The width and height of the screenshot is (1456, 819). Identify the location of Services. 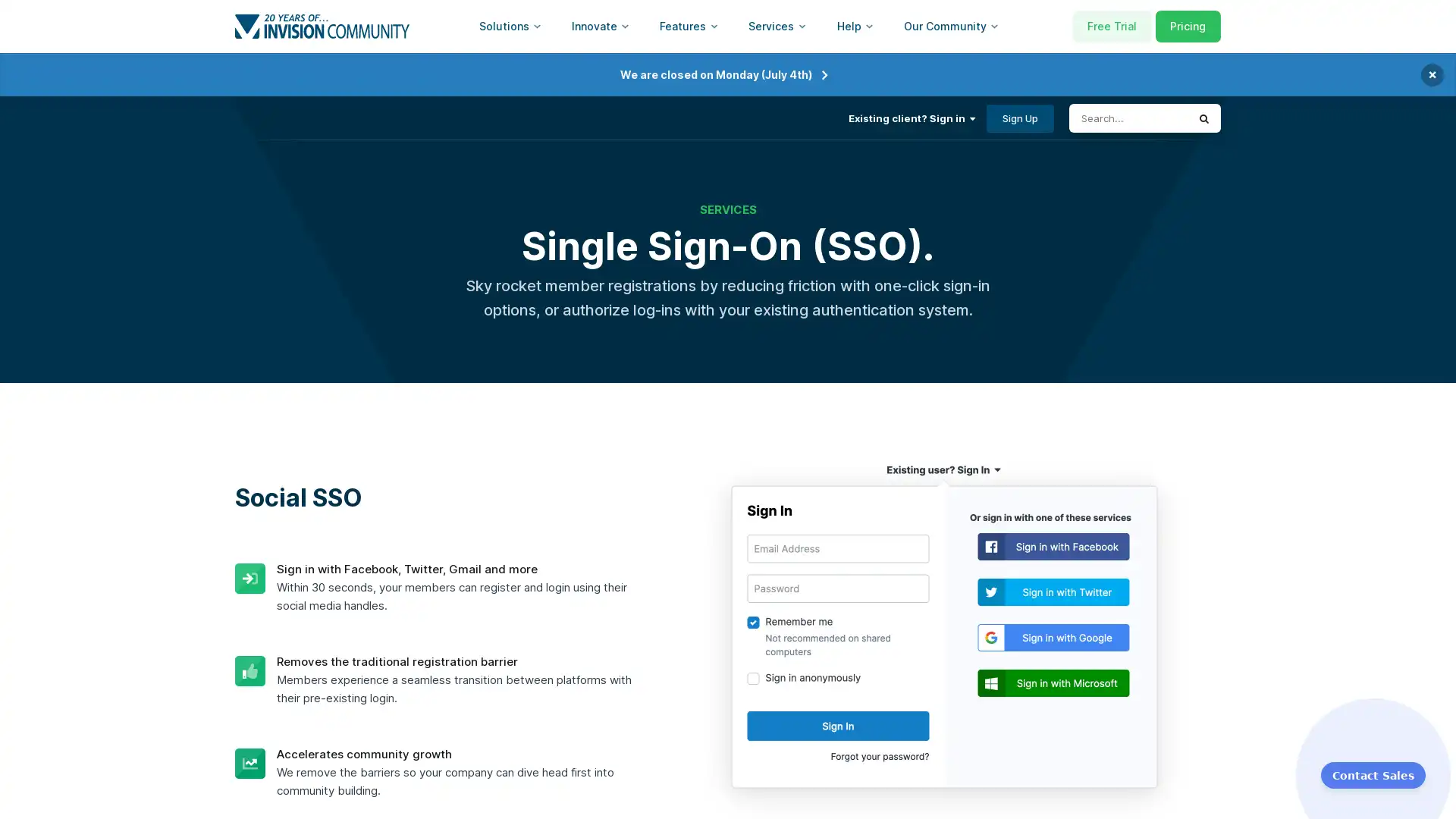
(777, 26).